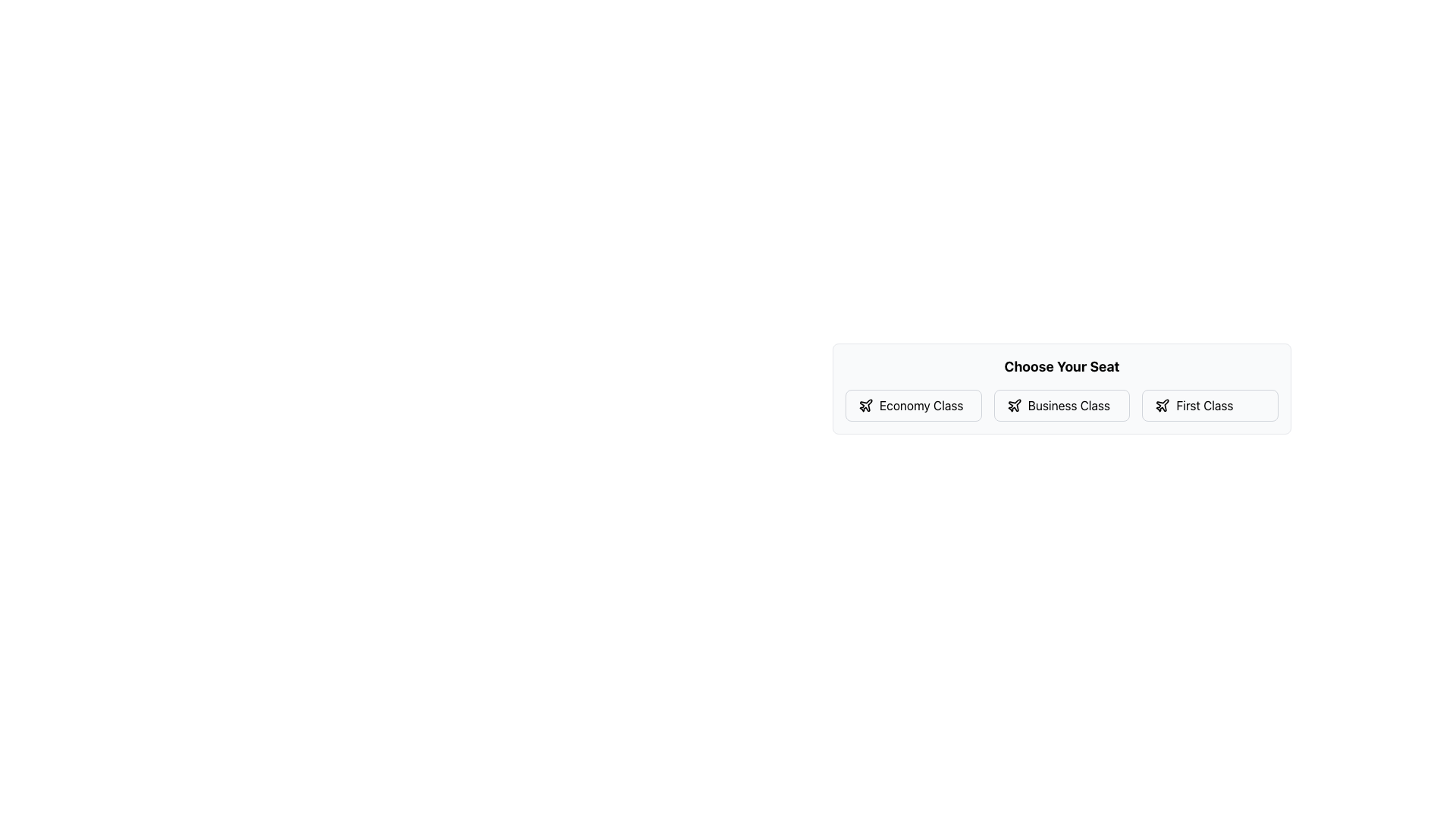 This screenshot has height=819, width=1456. What do you see at coordinates (866, 404) in the screenshot?
I see `the airplane icon located in the center of the first button labeled 'Economy Class' under the header 'Choose Your Seat'` at bounding box center [866, 404].